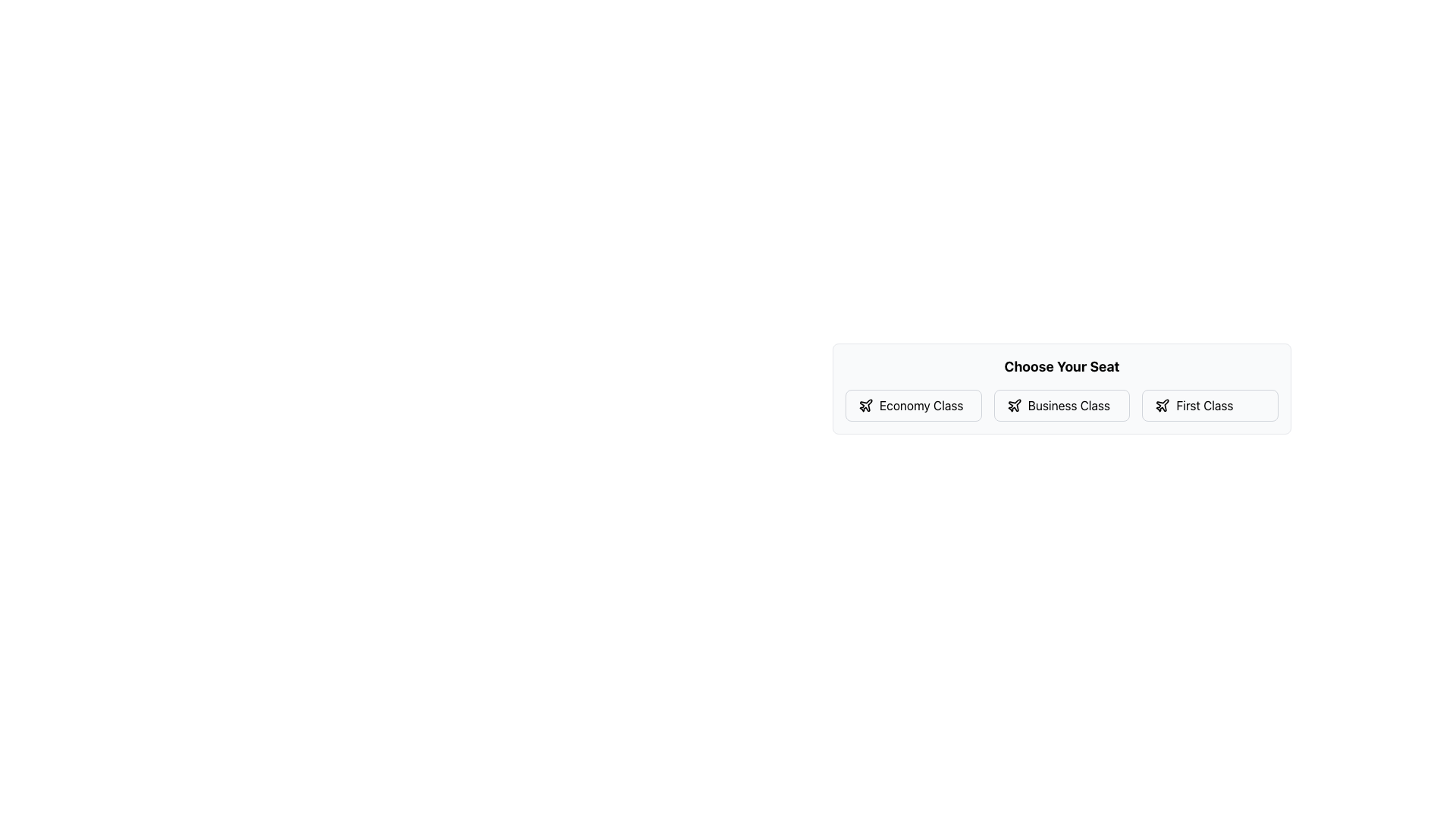 This screenshot has height=819, width=1456. What do you see at coordinates (866, 404) in the screenshot?
I see `the airplane icon located in the center of the first button labeled 'Economy Class' under the header 'Choose Your Seat'` at bounding box center [866, 404].